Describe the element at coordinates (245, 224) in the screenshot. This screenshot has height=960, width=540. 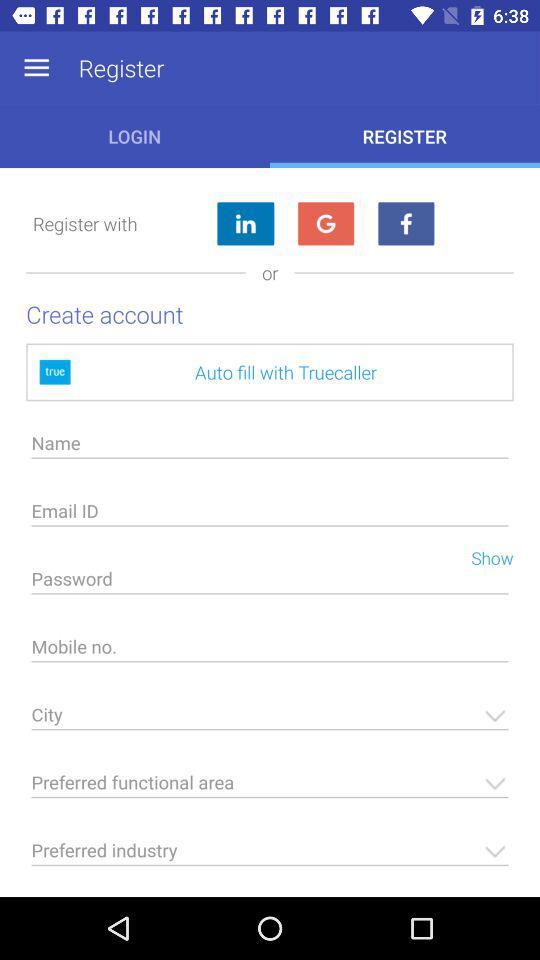
I see `because back devicer` at that location.